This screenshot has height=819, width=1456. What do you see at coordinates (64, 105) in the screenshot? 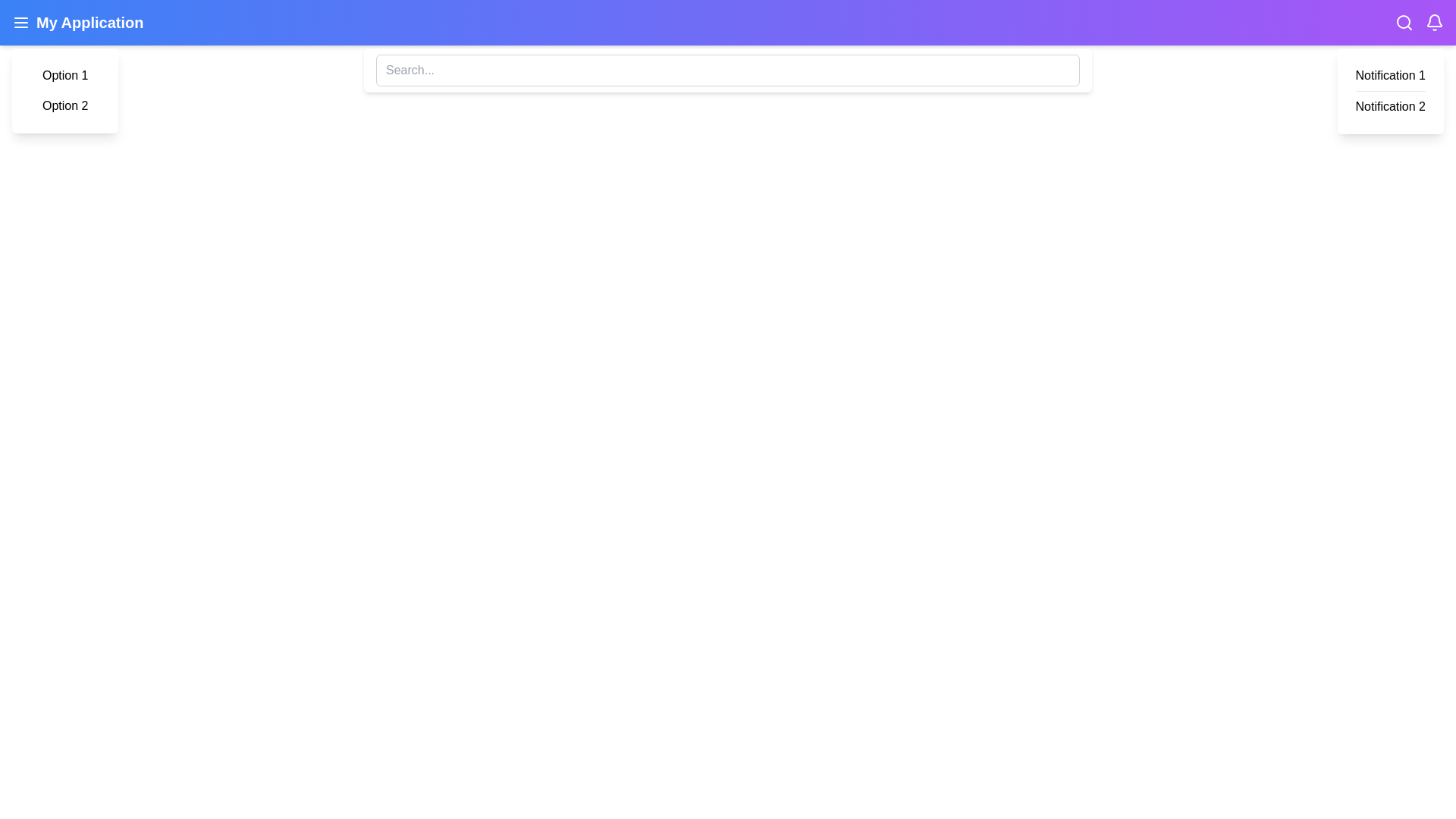
I see `the 'Option 2' button located below 'Option 1' in the vertical stack within the 'My Application' header` at bounding box center [64, 105].